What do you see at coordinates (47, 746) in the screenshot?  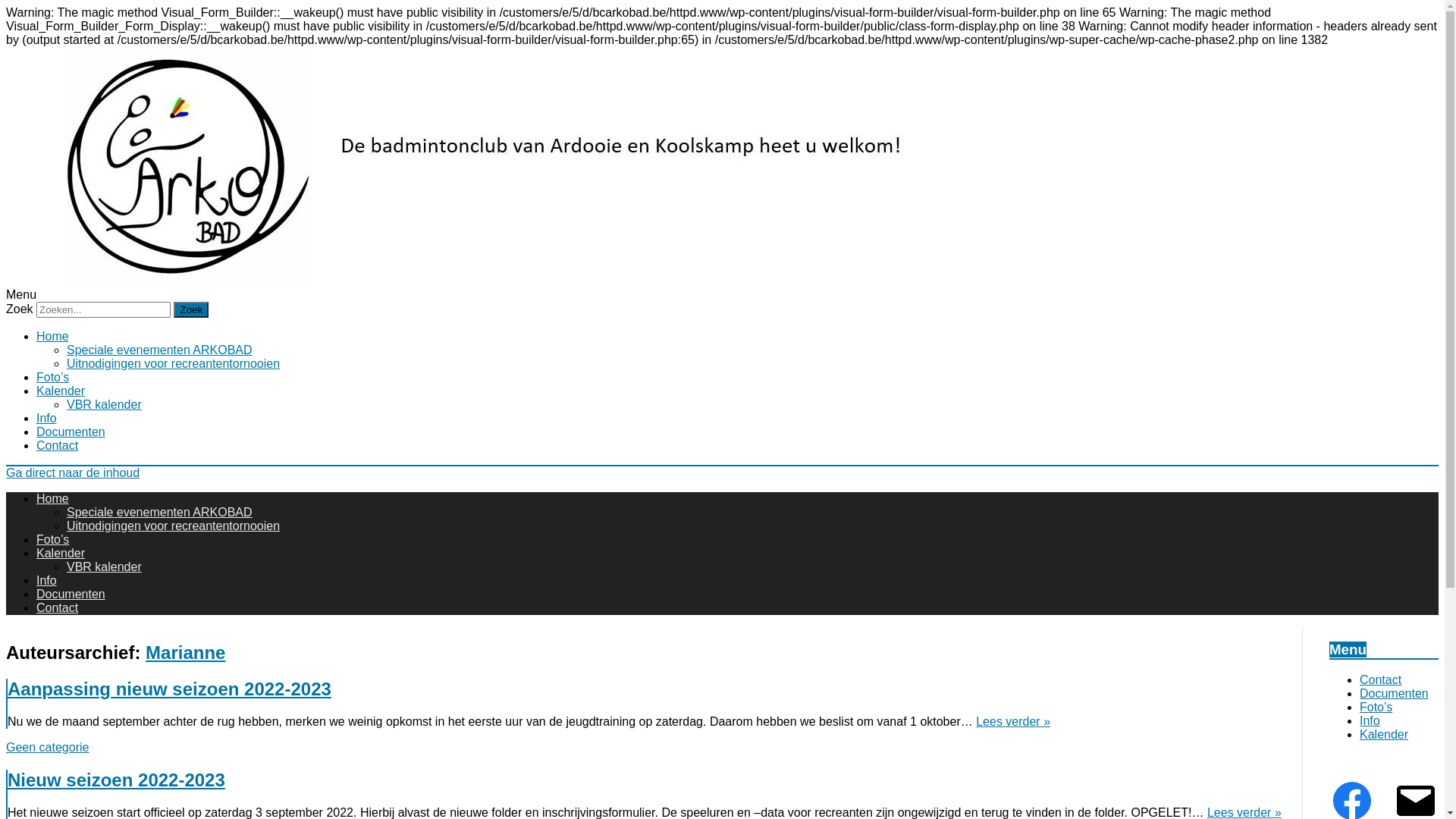 I see `'Geen categorie'` at bounding box center [47, 746].